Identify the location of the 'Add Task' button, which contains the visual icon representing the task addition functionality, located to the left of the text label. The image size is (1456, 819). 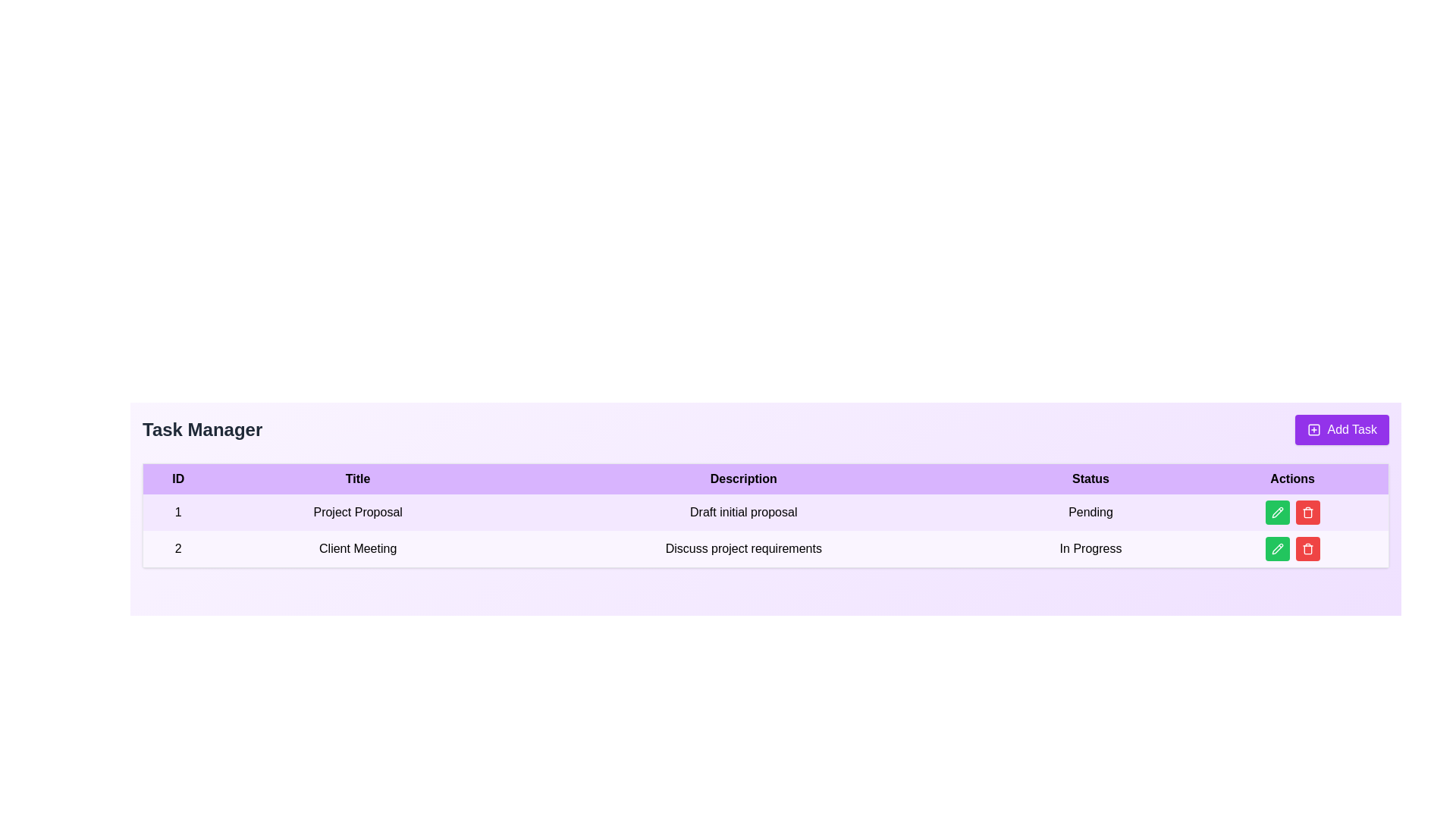
(1313, 430).